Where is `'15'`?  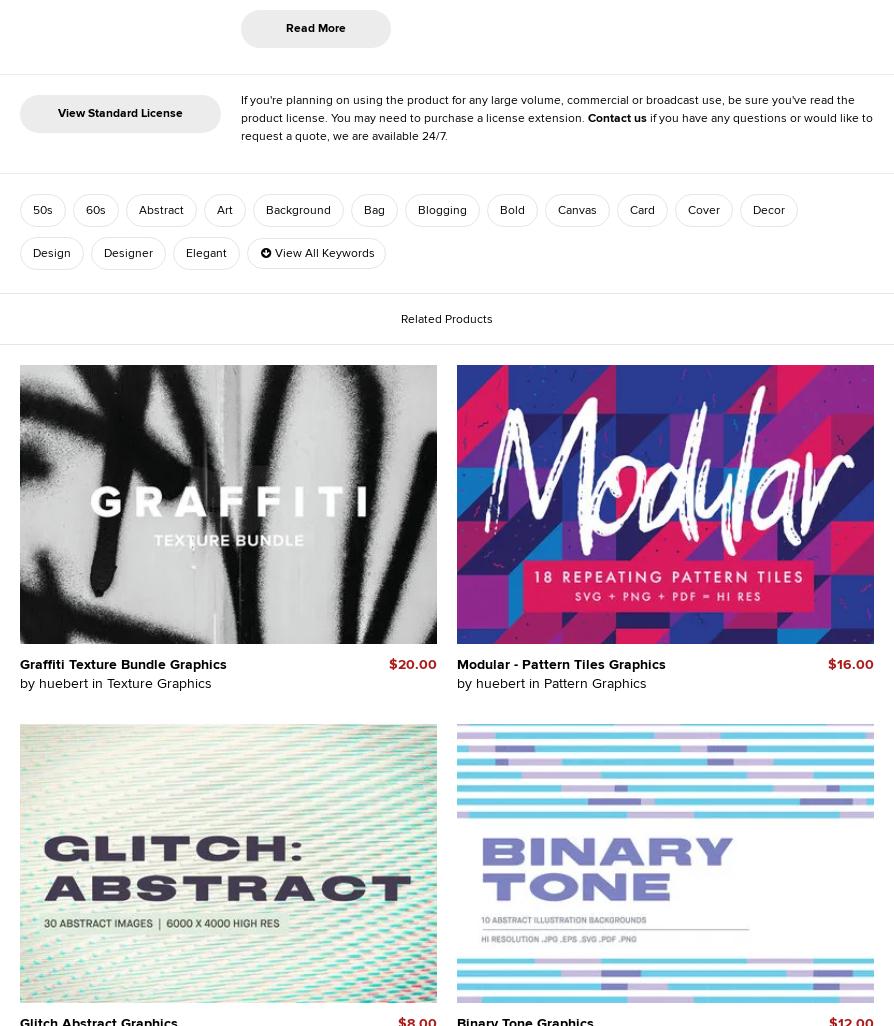 '15' is located at coordinates (327, 121).